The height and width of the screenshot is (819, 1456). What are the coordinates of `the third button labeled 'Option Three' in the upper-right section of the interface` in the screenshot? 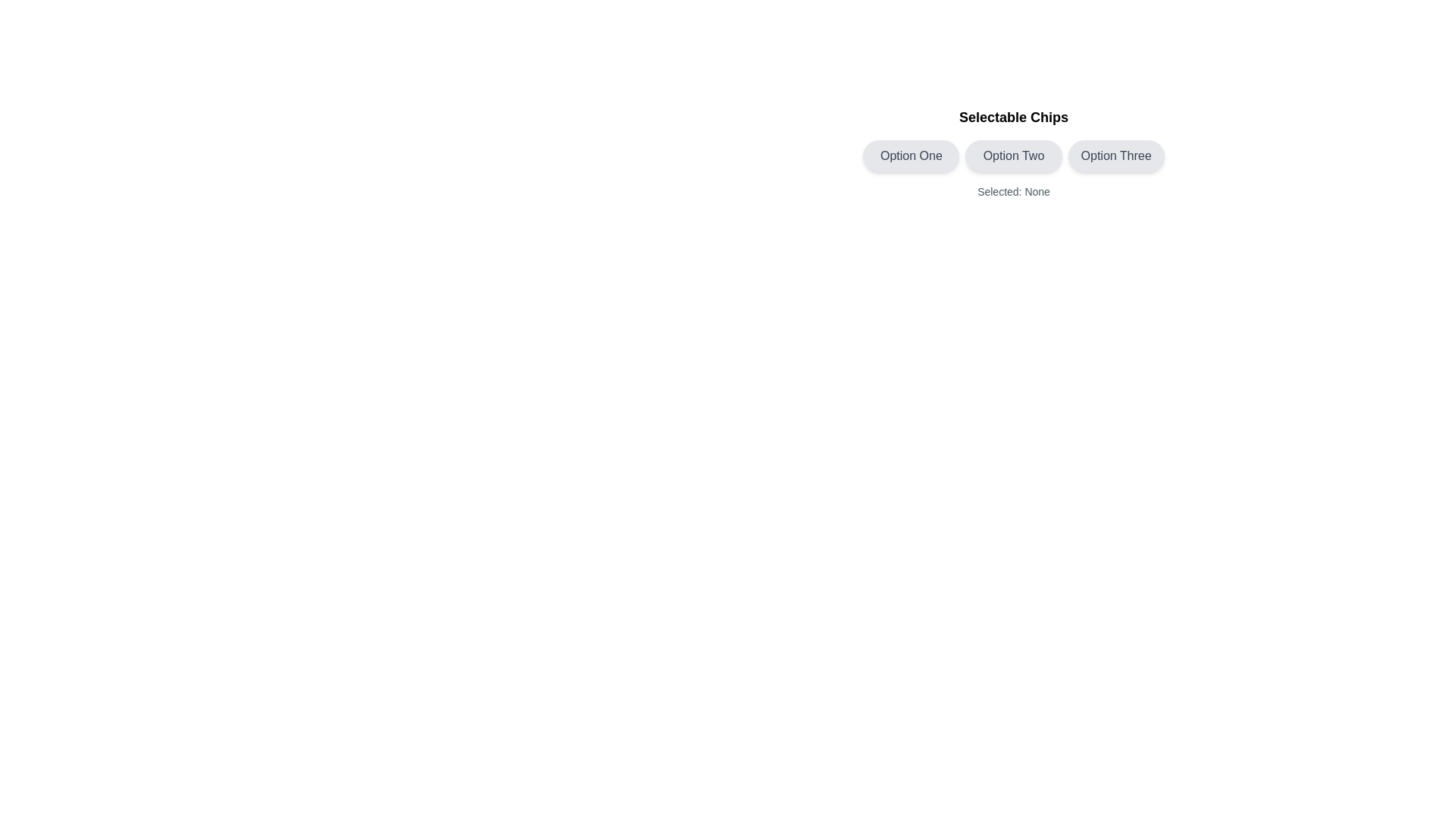 It's located at (1116, 155).